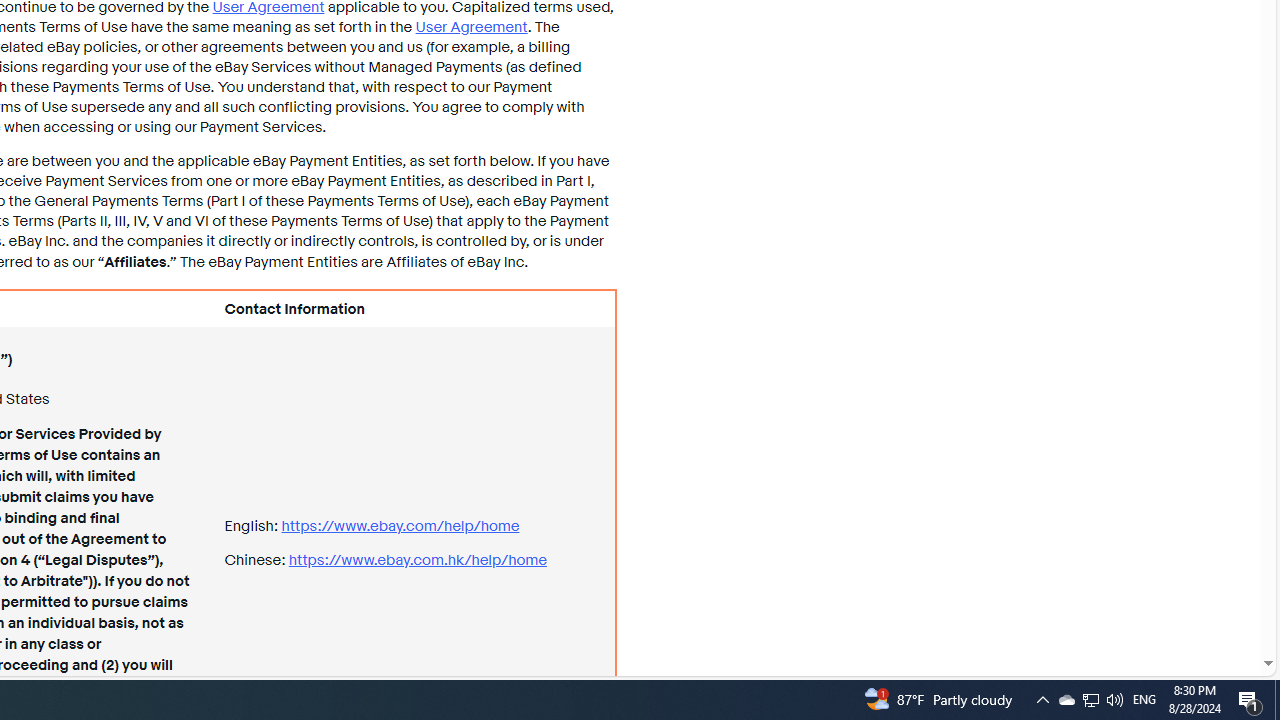 The height and width of the screenshot is (720, 1280). I want to click on 'https://www.ebay.com/ help/home', so click(400, 524).